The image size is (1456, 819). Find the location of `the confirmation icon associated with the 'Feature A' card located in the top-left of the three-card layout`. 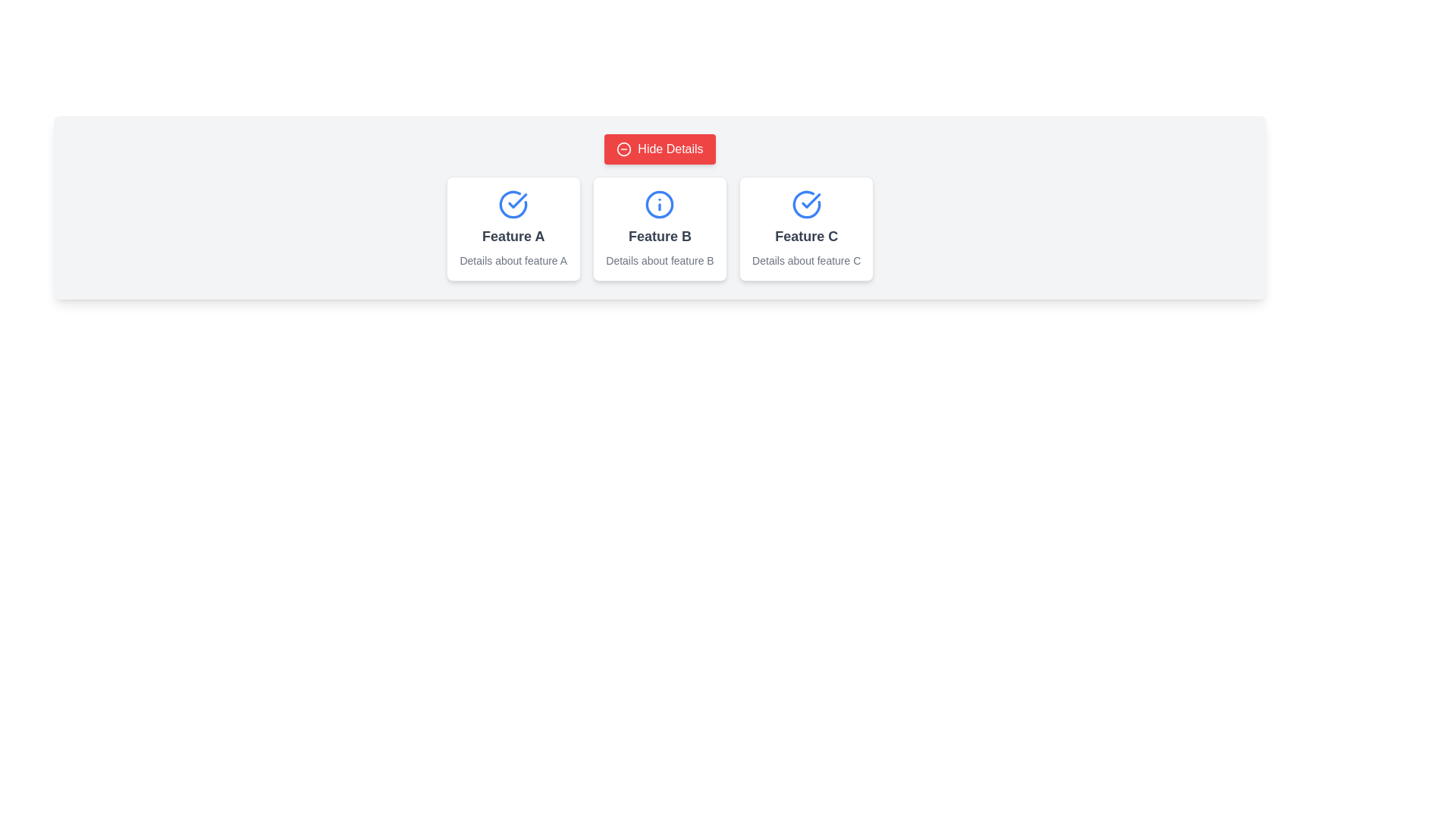

the confirmation icon associated with the 'Feature A' card located in the top-left of the three-card layout is located at coordinates (810, 200).